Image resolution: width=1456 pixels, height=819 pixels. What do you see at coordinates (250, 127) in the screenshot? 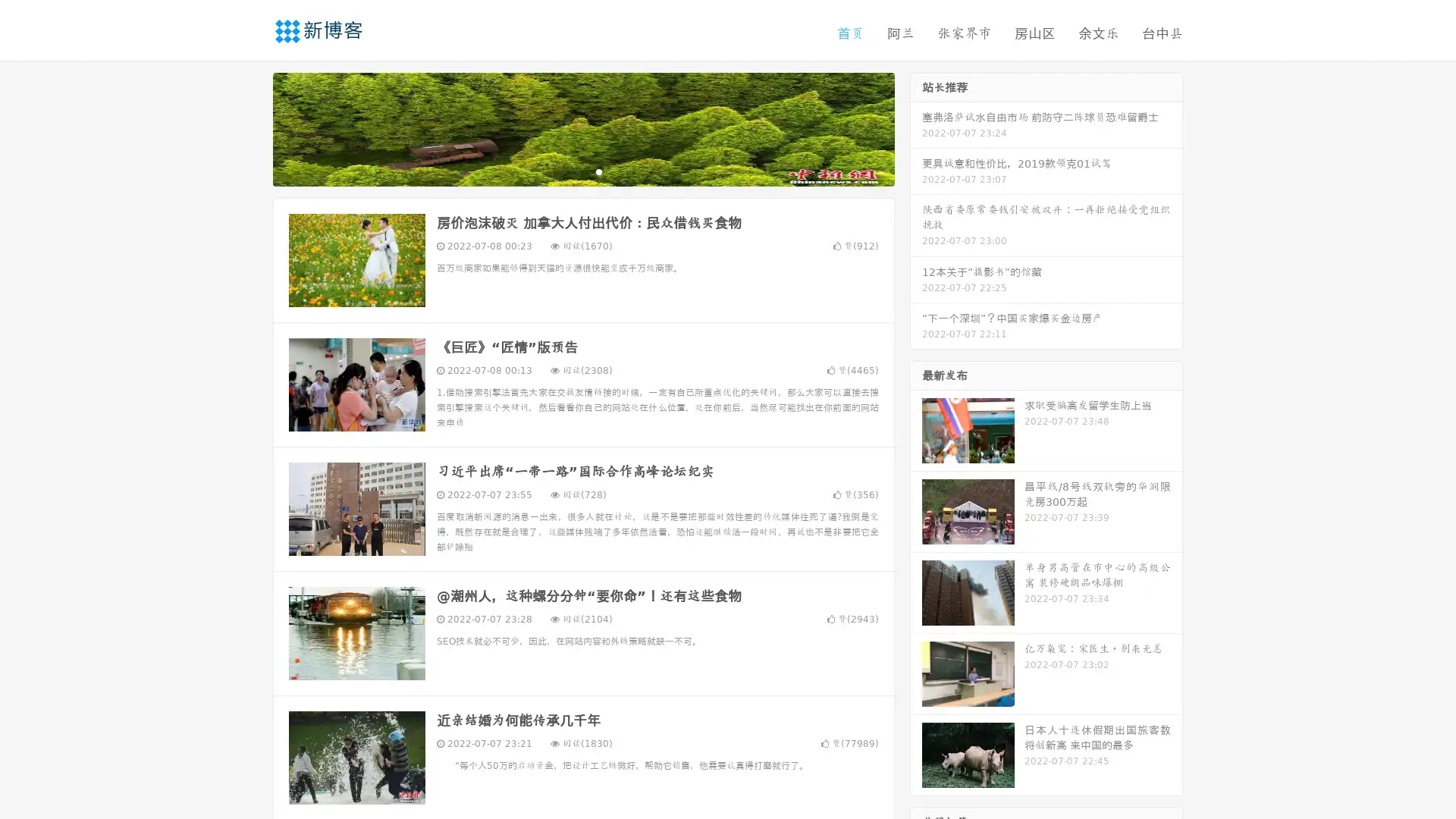
I see `Previous slide` at bounding box center [250, 127].